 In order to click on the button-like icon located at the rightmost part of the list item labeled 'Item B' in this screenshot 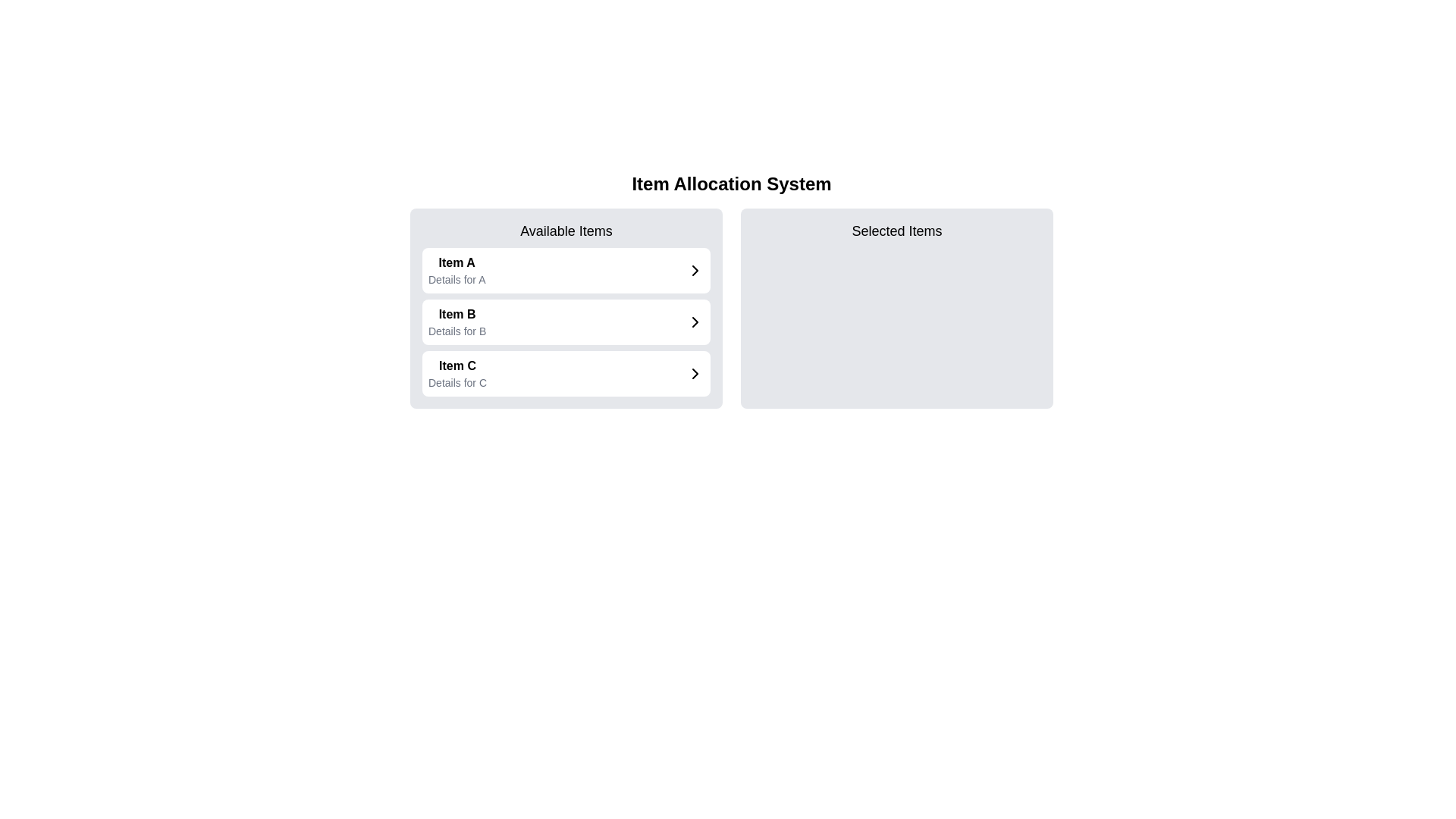, I will do `click(694, 321)`.